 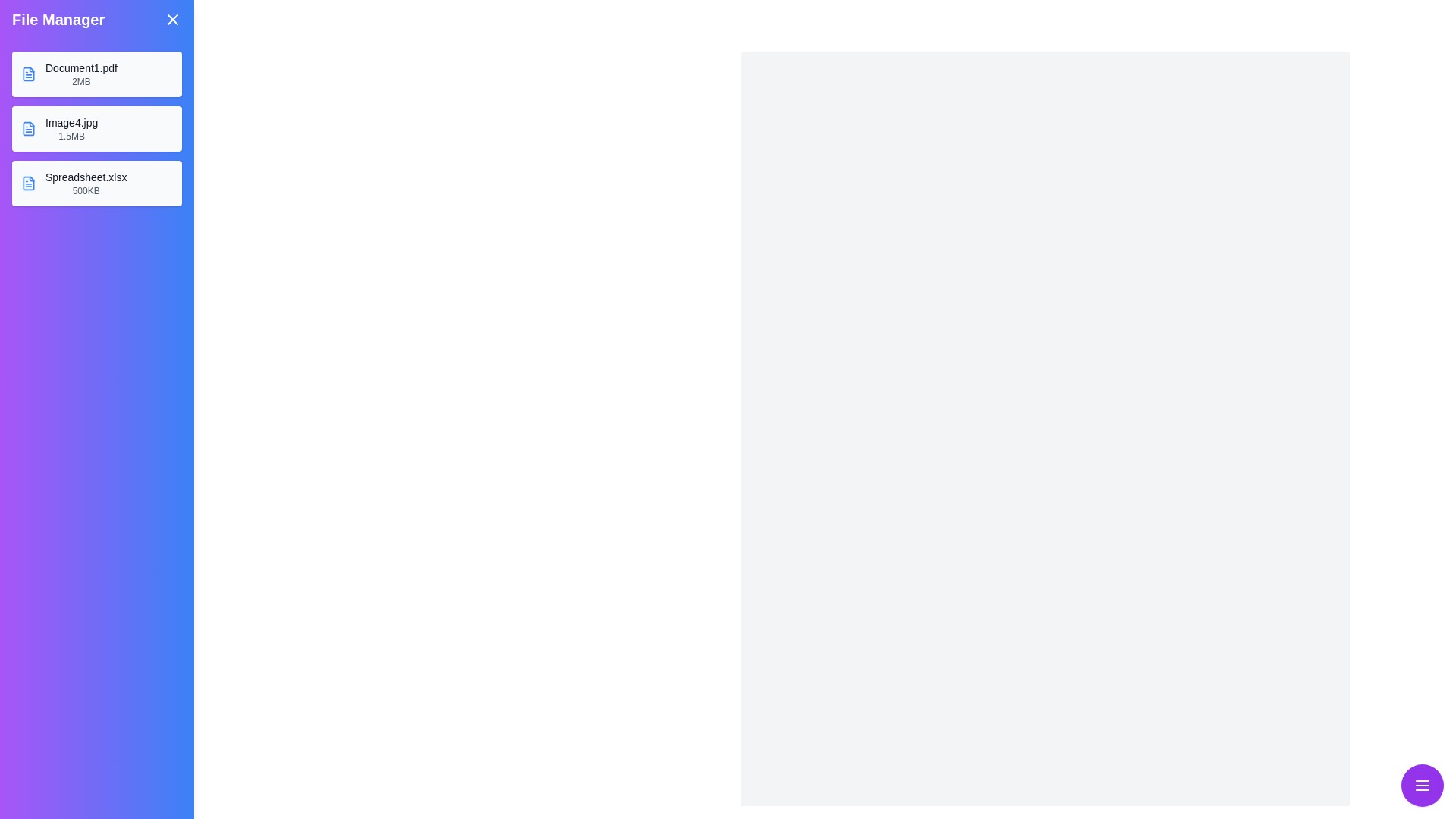 What do you see at coordinates (80, 74) in the screenshot?
I see `the text display for the file metadata of 'Document1.pdf'` at bounding box center [80, 74].